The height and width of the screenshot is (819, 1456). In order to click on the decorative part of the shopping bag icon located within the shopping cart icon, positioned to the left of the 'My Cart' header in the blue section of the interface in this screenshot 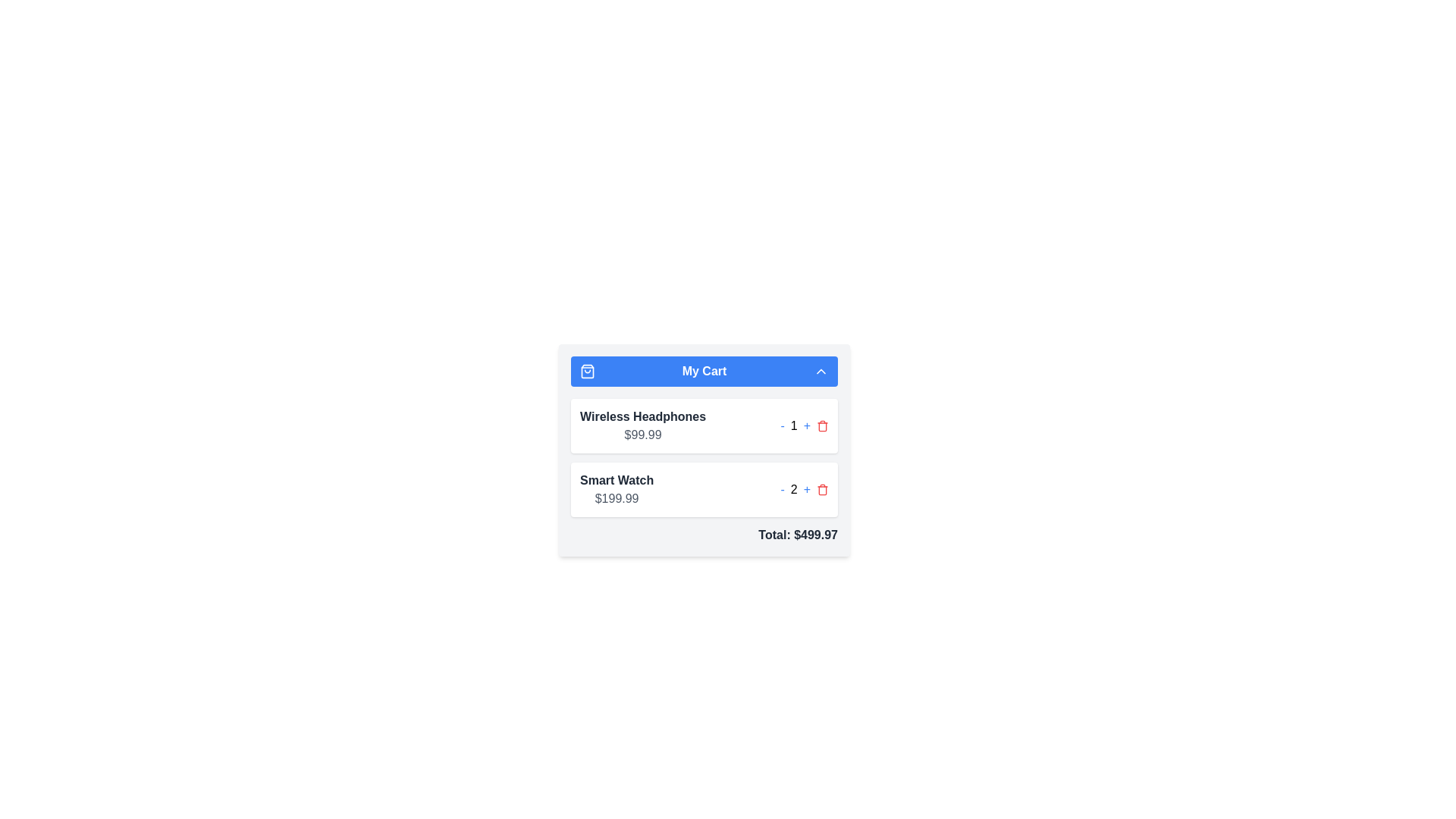, I will do `click(586, 371)`.